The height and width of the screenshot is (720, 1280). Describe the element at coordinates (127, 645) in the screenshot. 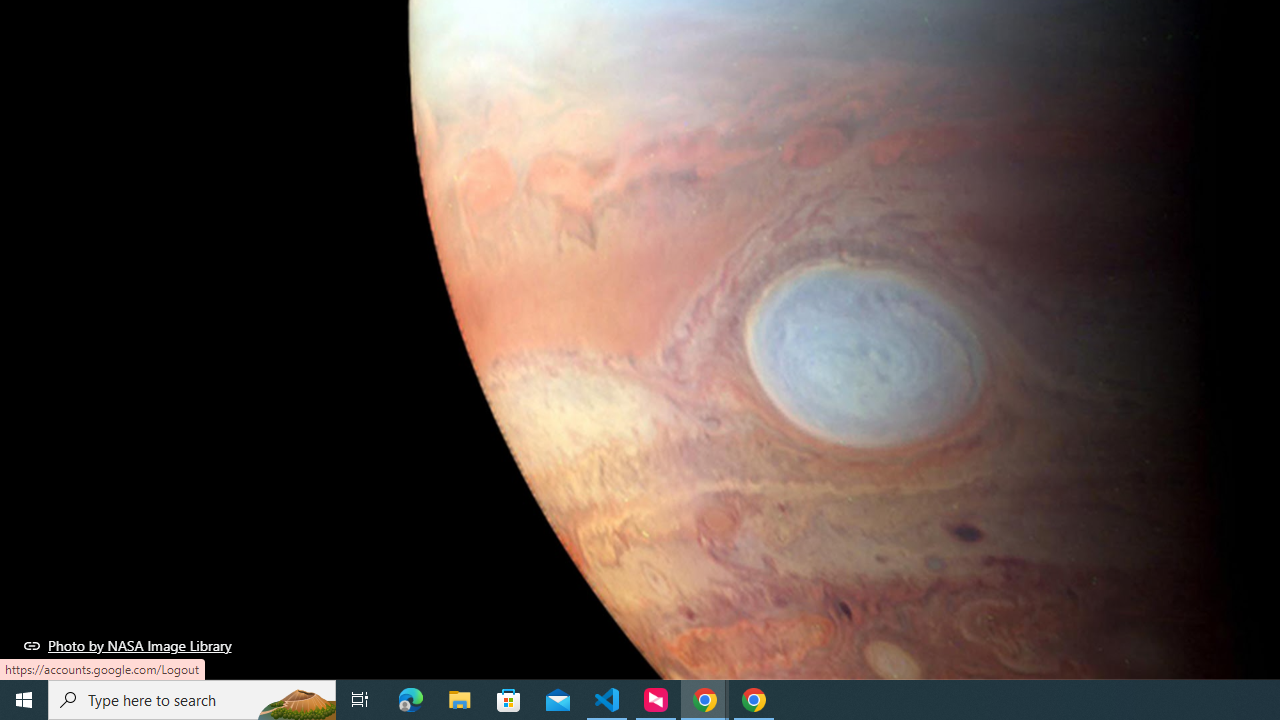

I see `'Photo by NASA Image Library'` at that location.